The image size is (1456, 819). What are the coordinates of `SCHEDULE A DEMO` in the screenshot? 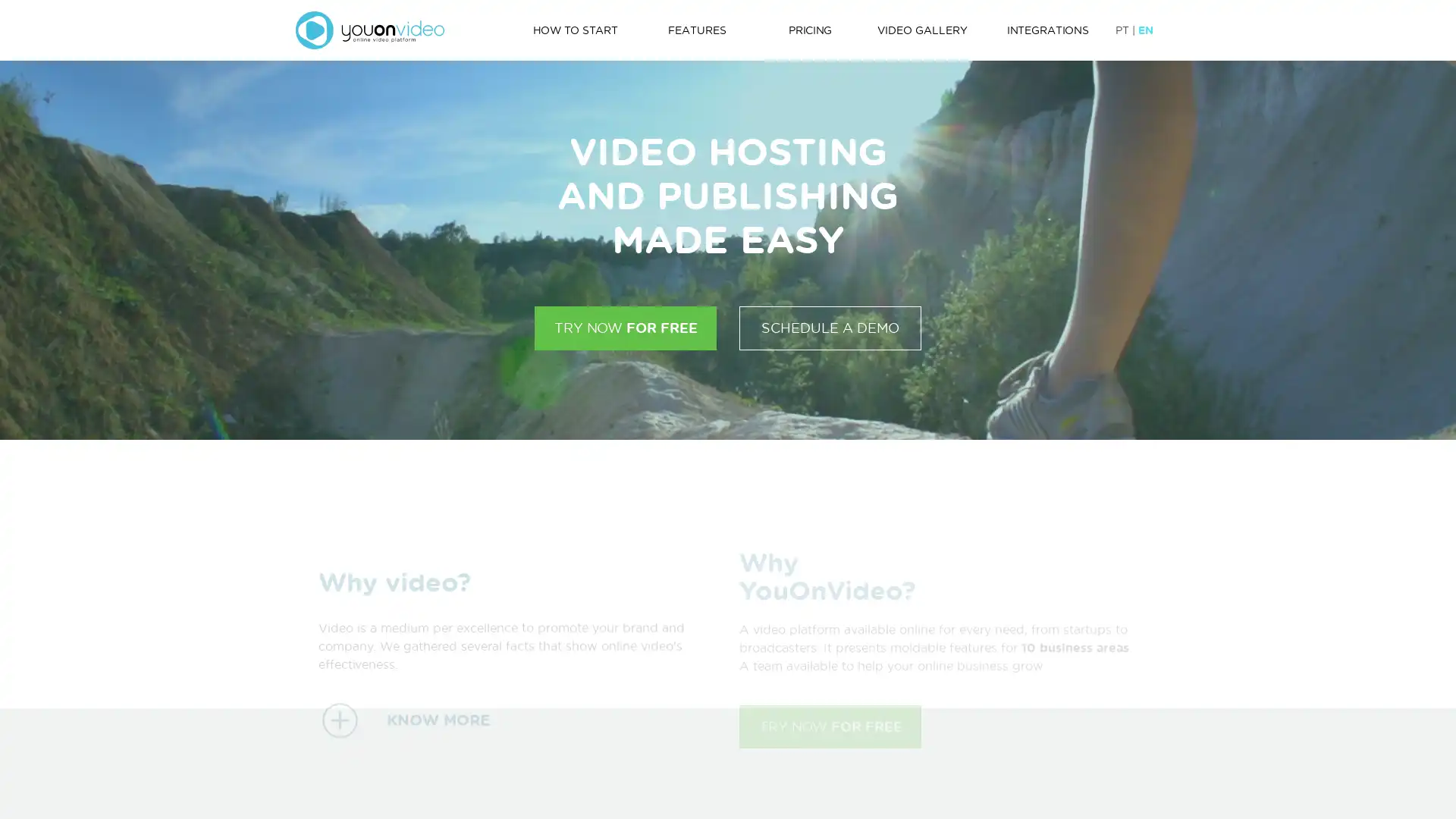 It's located at (829, 327).